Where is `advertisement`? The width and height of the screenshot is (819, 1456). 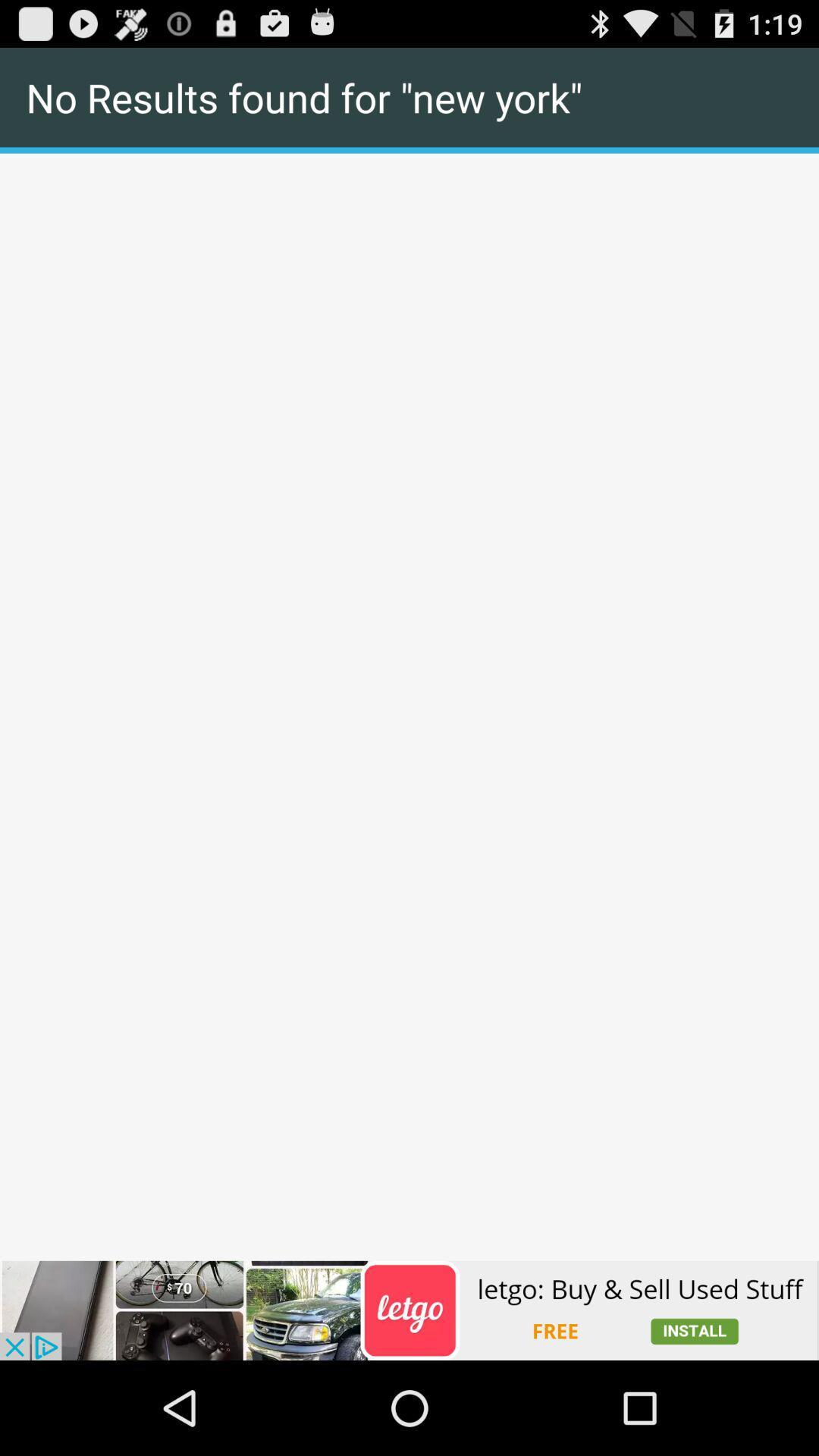
advertisement is located at coordinates (409, 1310).